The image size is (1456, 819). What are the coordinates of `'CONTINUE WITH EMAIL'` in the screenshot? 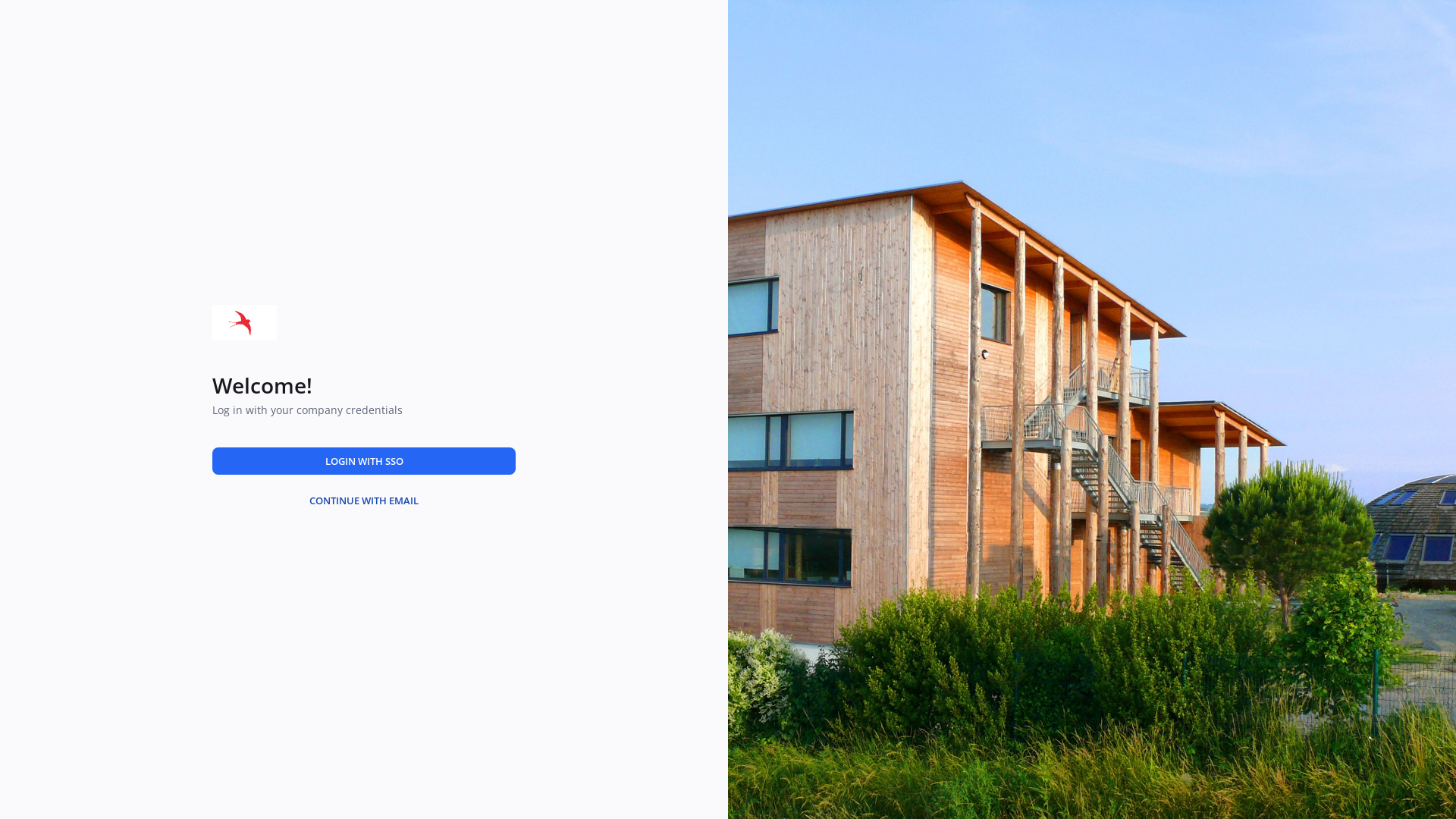 It's located at (211, 500).